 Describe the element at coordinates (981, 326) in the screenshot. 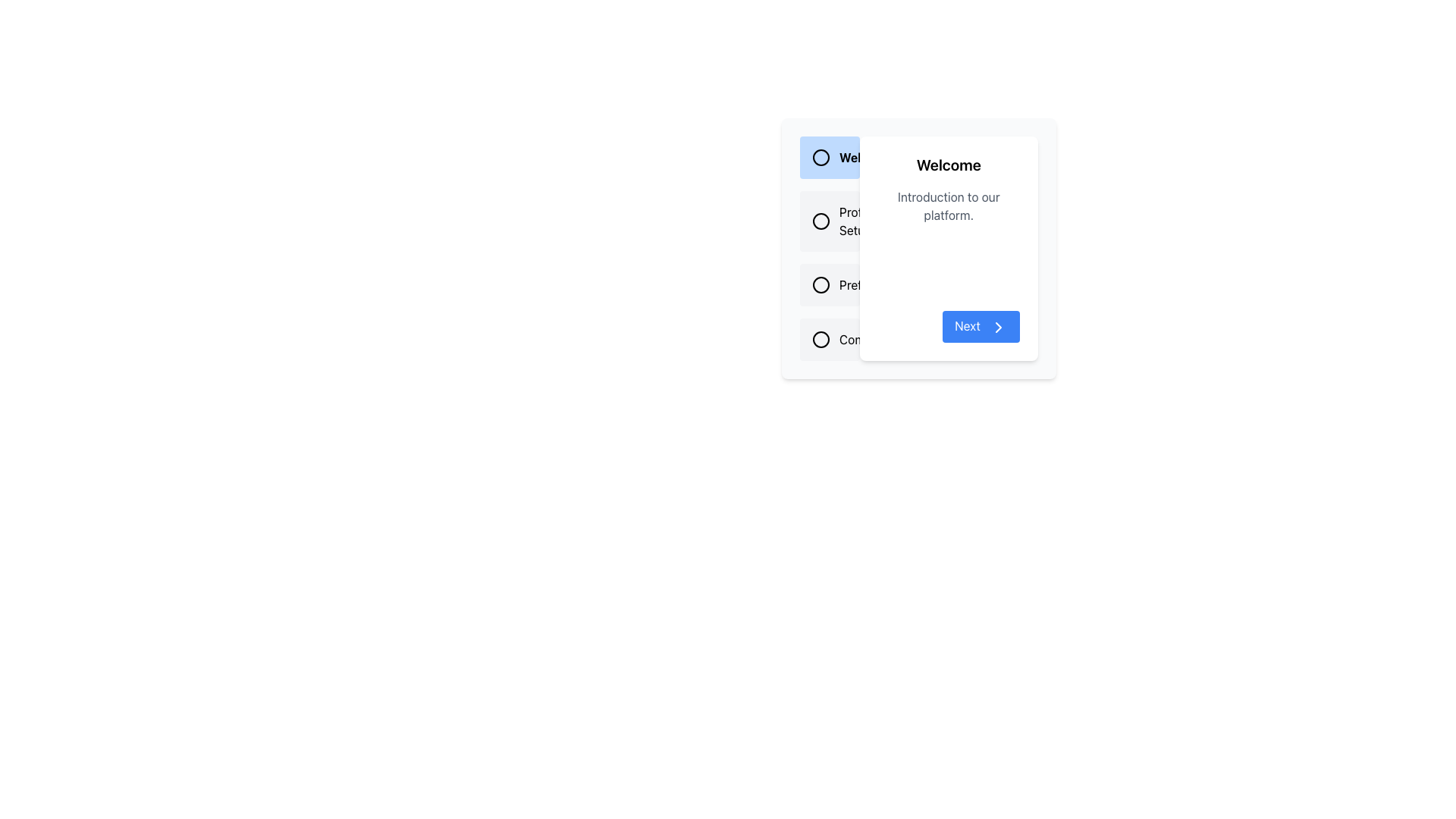

I see `the 'Next' button located at the bottom-right corner of the white card` at that location.